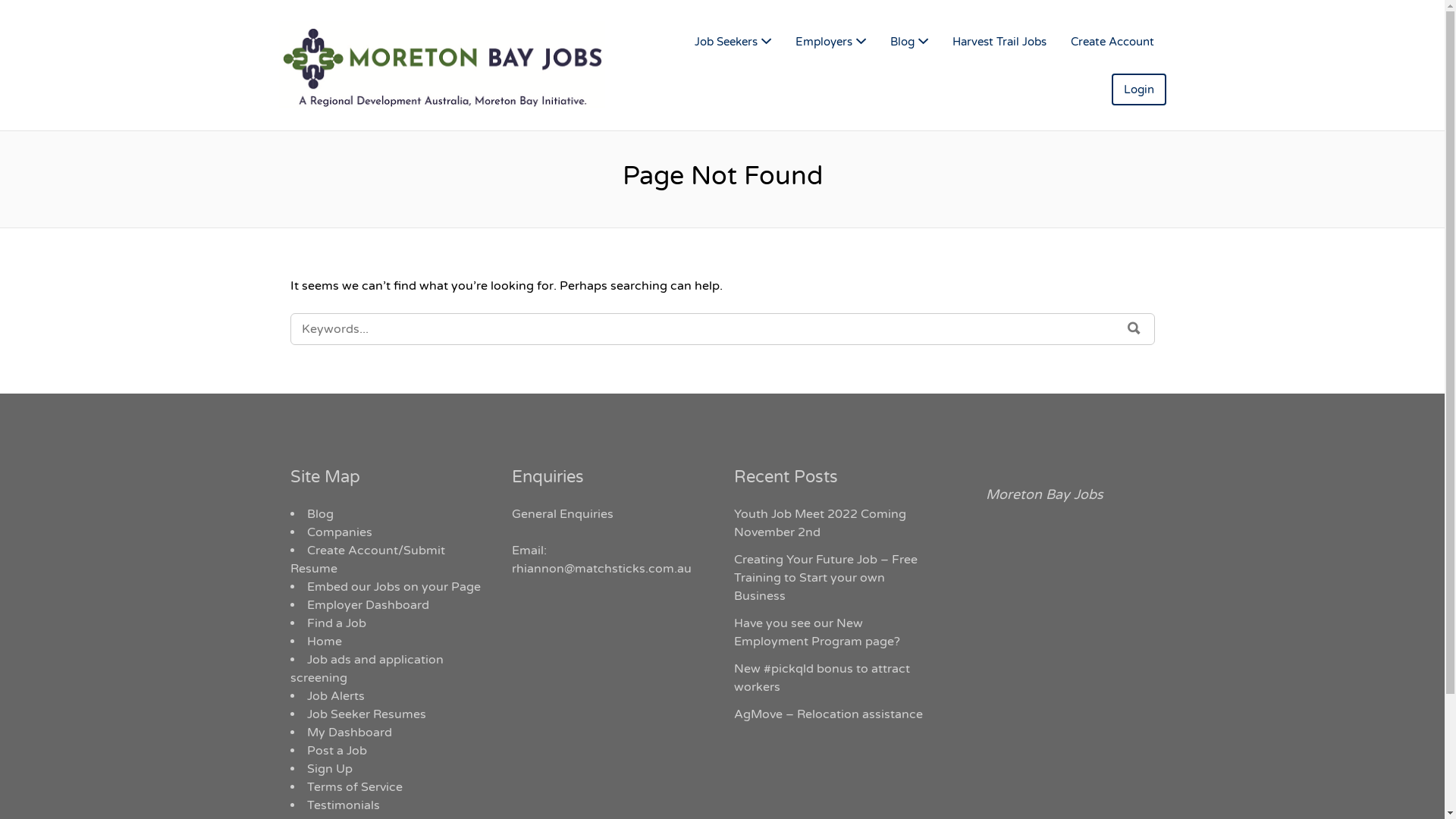 The height and width of the screenshot is (819, 1456). What do you see at coordinates (999, 41) in the screenshot?
I see `'Harvest Trail Jobs'` at bounding box center [999, 41].